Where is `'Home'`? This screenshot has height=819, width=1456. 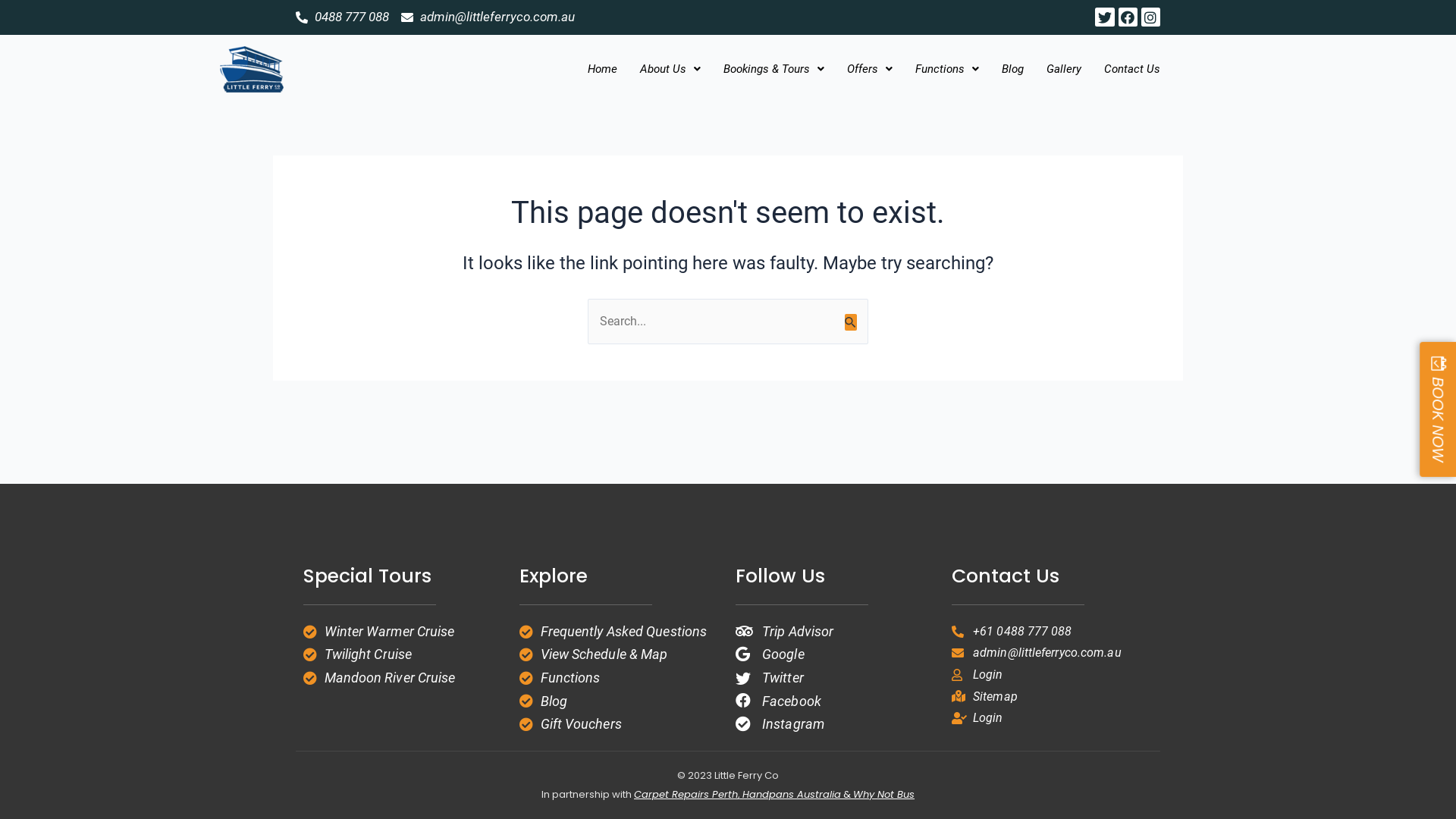 'Home' is located at coordinates (601, 69).